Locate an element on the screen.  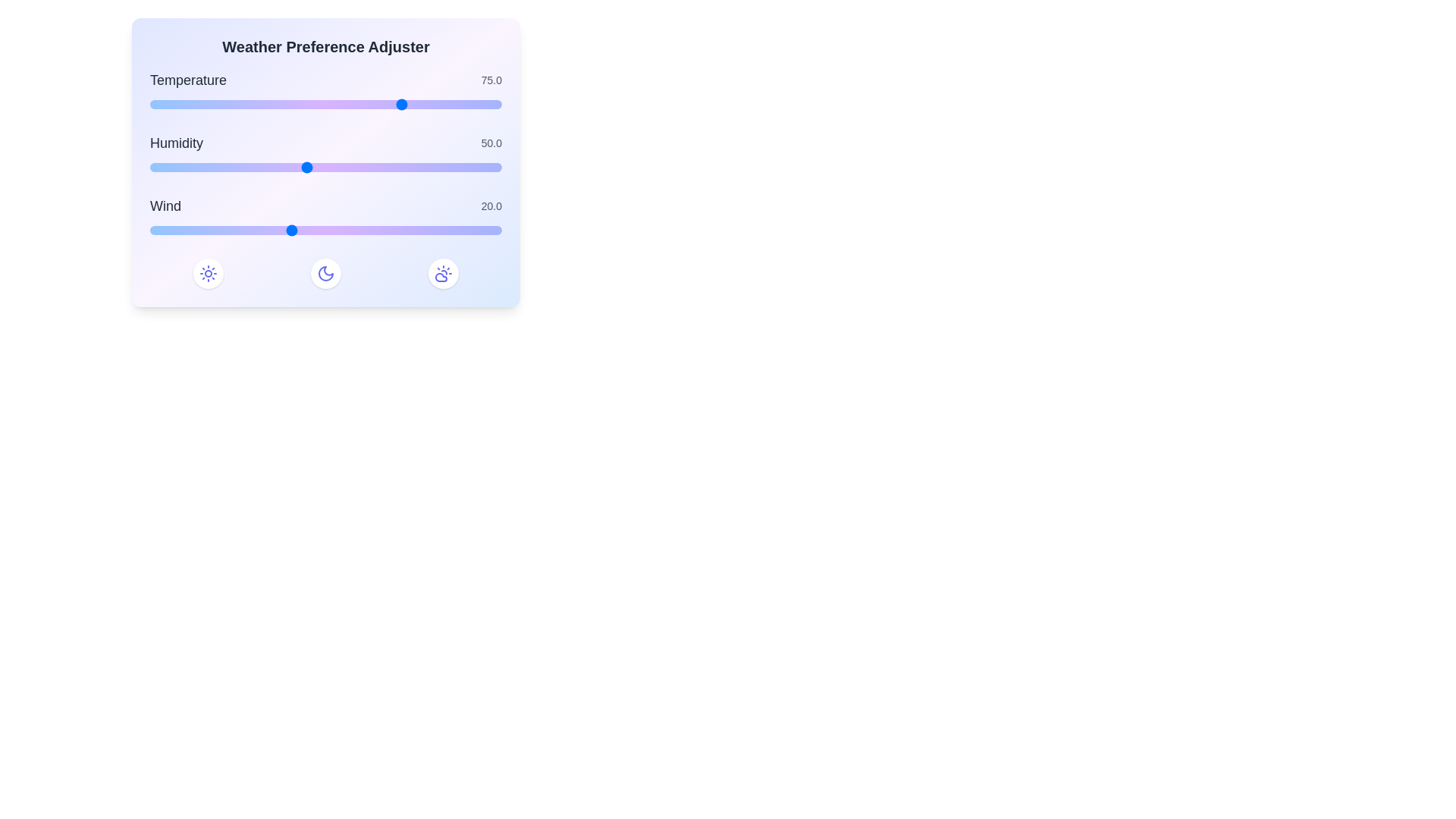
text label that identifies the purpose of the associated slider for adjusting the wind-related parameter, located to the left of the numeric value '20.0' is located at coordinates (165, 206).